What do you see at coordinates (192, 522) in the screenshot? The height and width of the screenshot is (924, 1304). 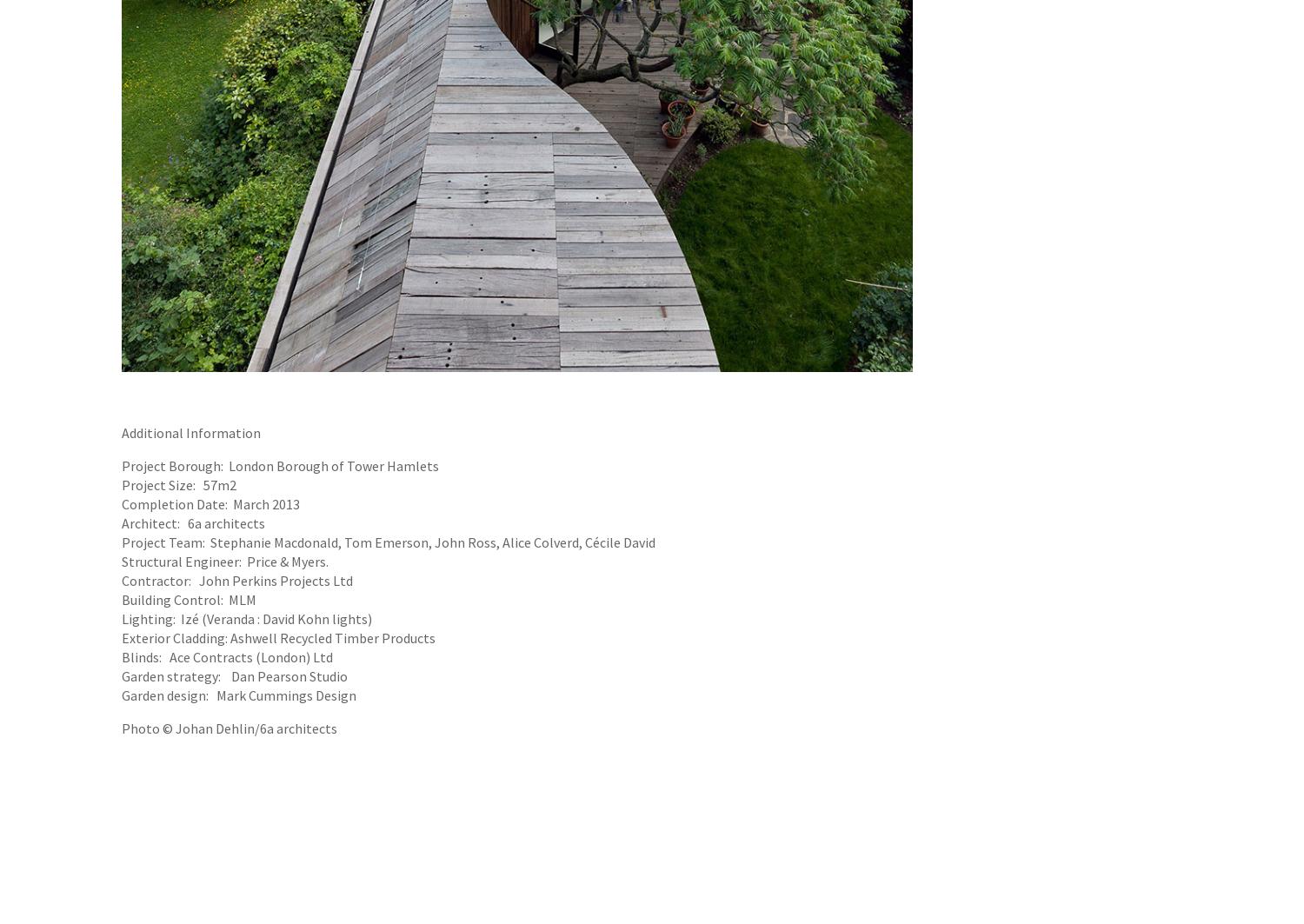 I see `'Architect:   6a architects'` at bounding box center [192, 522].